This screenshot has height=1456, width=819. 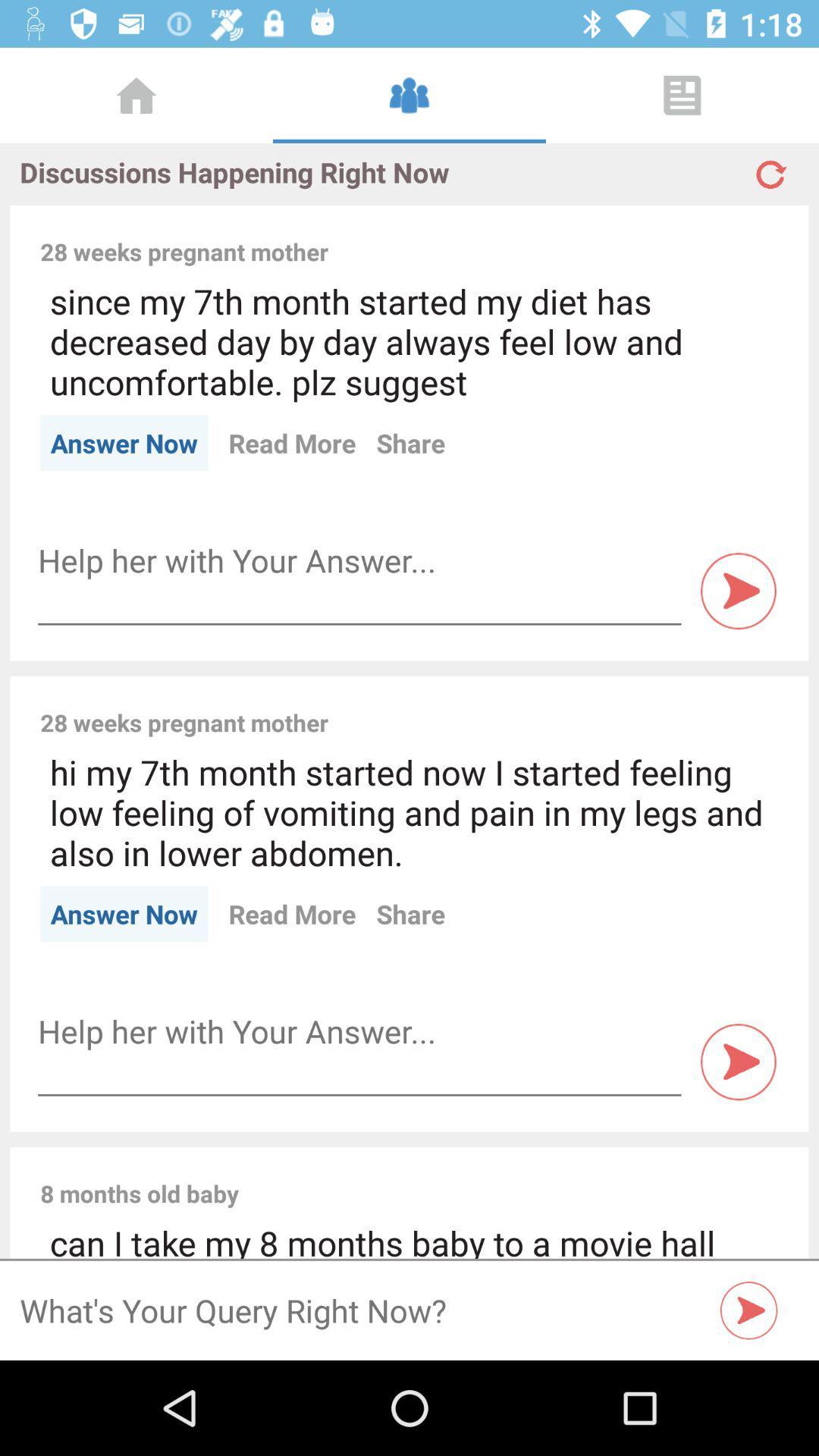 What do you see at coordinates (563, 705) in the screenshot?
I see `the item next to 28 weeks pregnant icon` at bounding box center [563, 705].